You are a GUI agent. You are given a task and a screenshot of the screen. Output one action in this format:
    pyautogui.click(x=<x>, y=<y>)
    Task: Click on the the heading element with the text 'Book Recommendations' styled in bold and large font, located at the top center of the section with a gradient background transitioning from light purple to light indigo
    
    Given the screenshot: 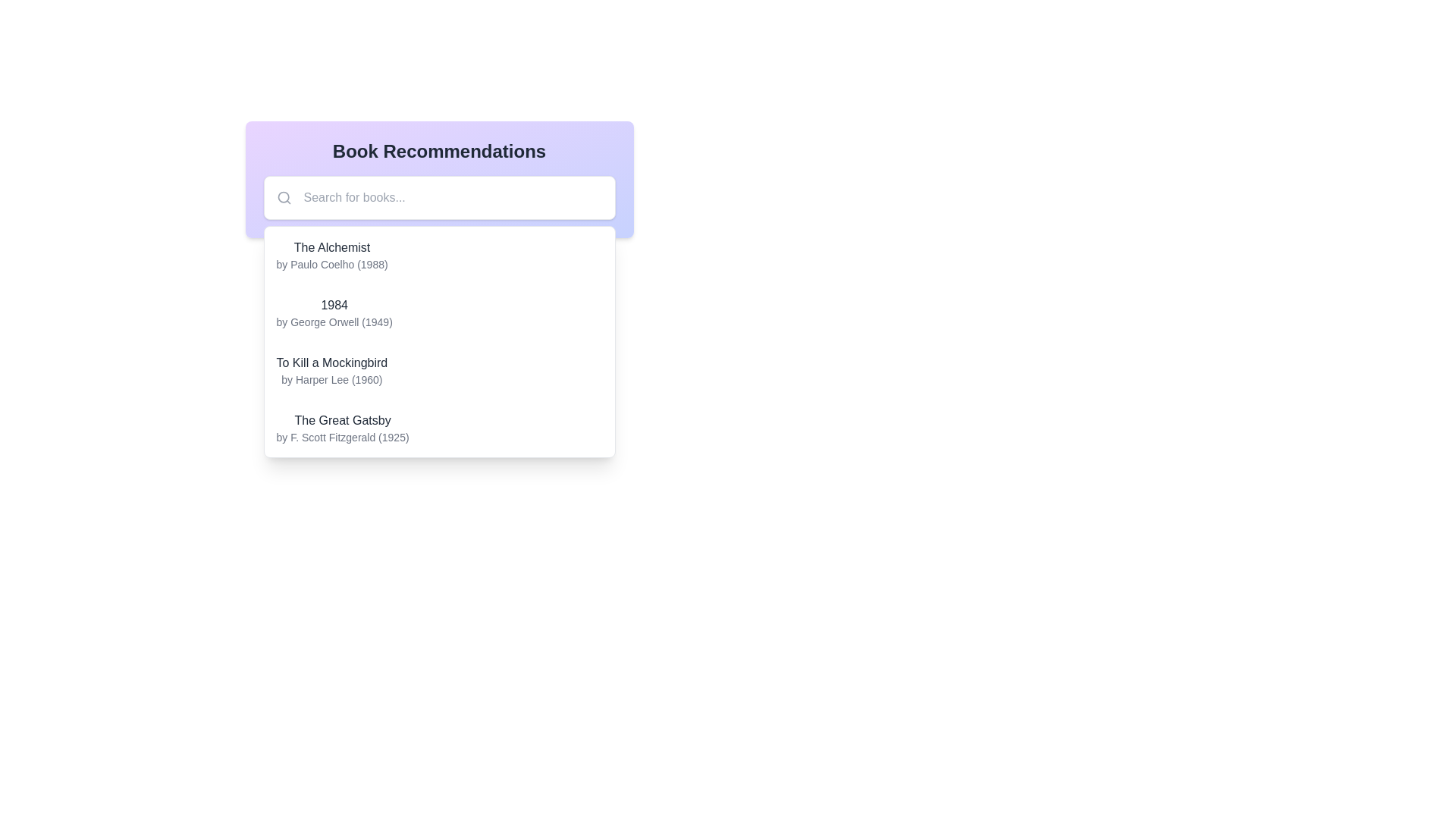 What is the action you would take?
    pyautogui.click(x=438, y=152)
    